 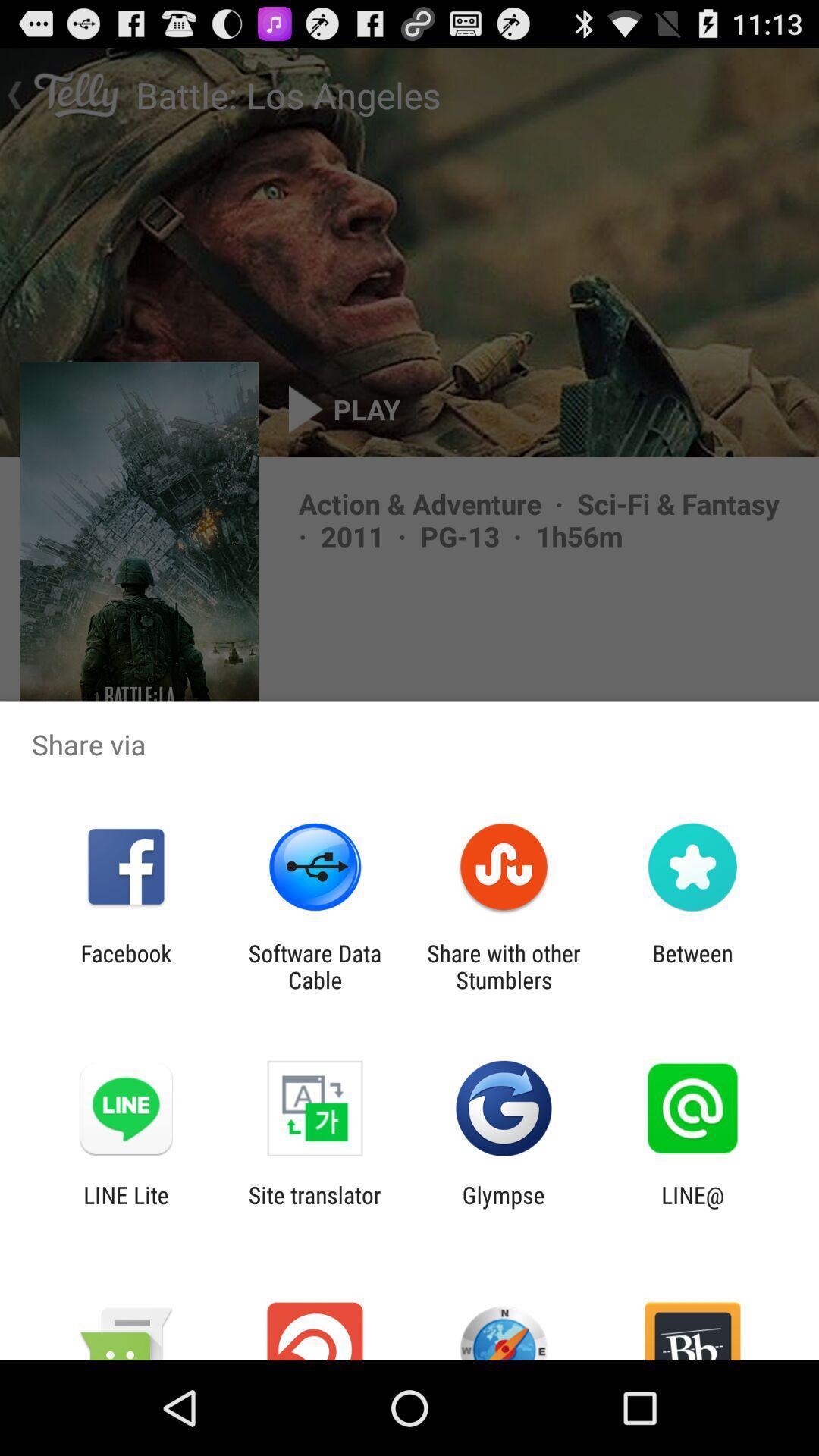 What do you see at coordinates (692, 966) in the screenshot?
I see `between item` at bounding box center [692, 966].